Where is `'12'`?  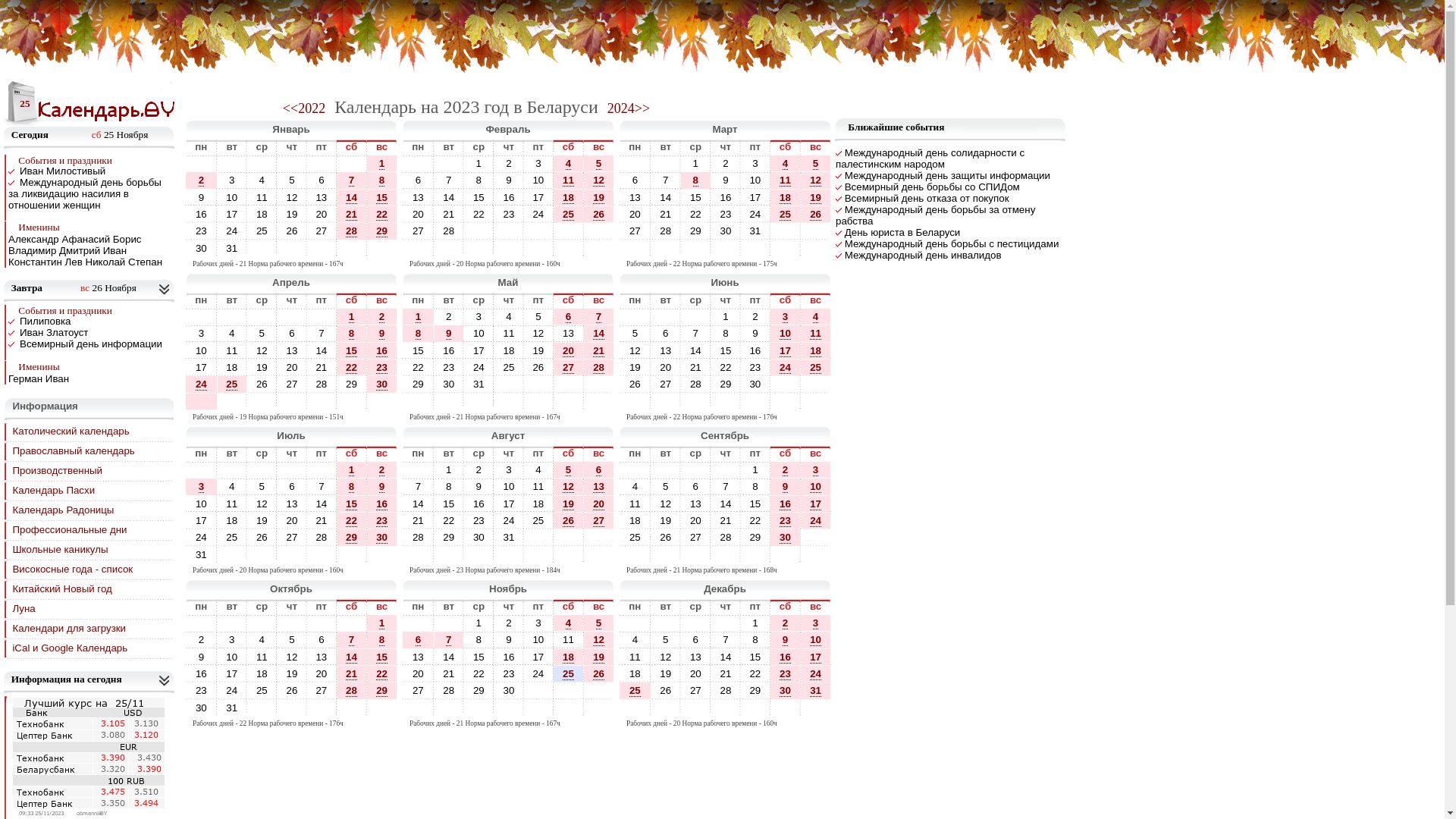
'12' is located at coordinates (598, 180).